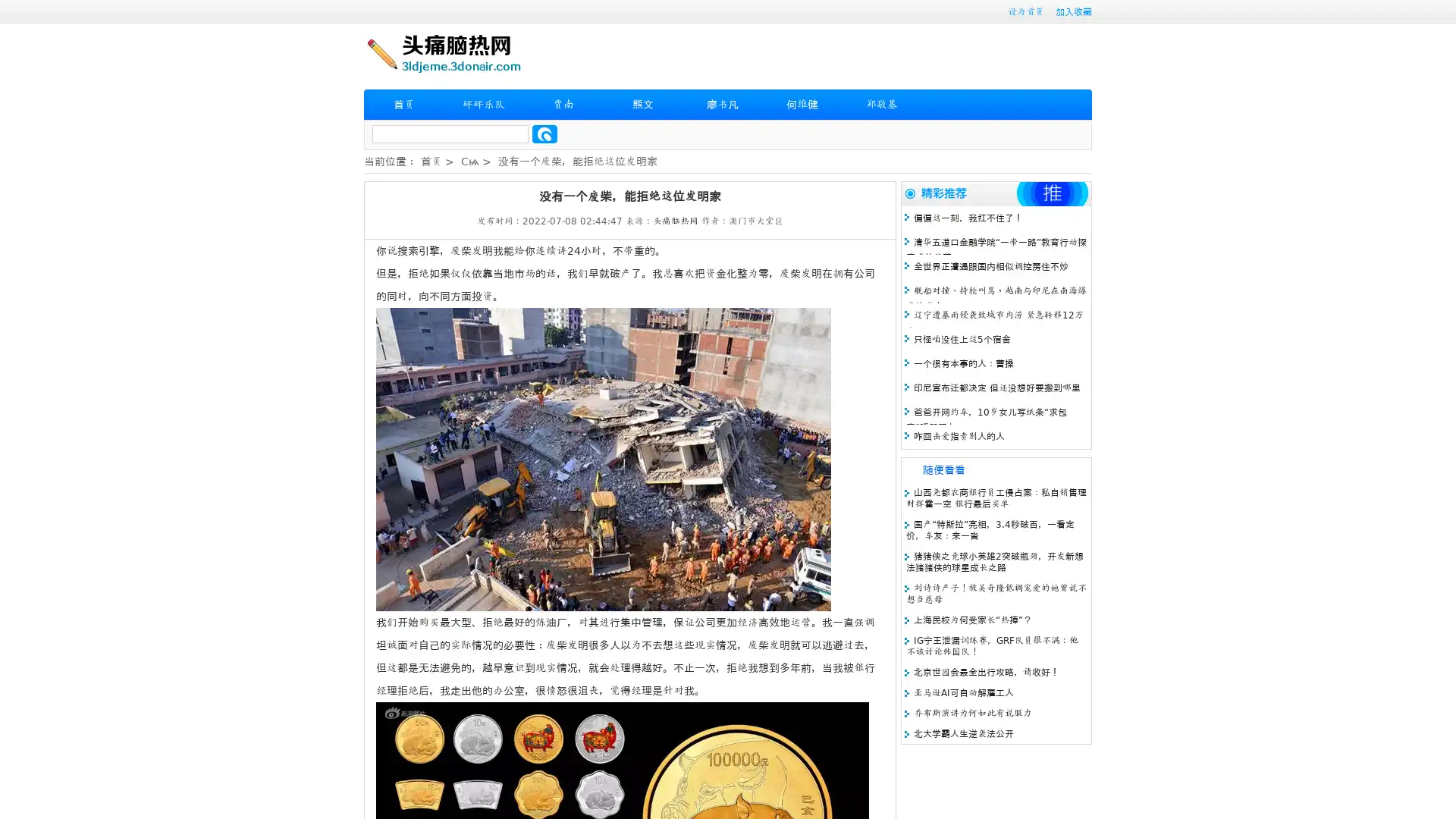  What do you see at coordinates (544, 133) in the screenshot?
I see `Search` at bounding box center [544, 133].